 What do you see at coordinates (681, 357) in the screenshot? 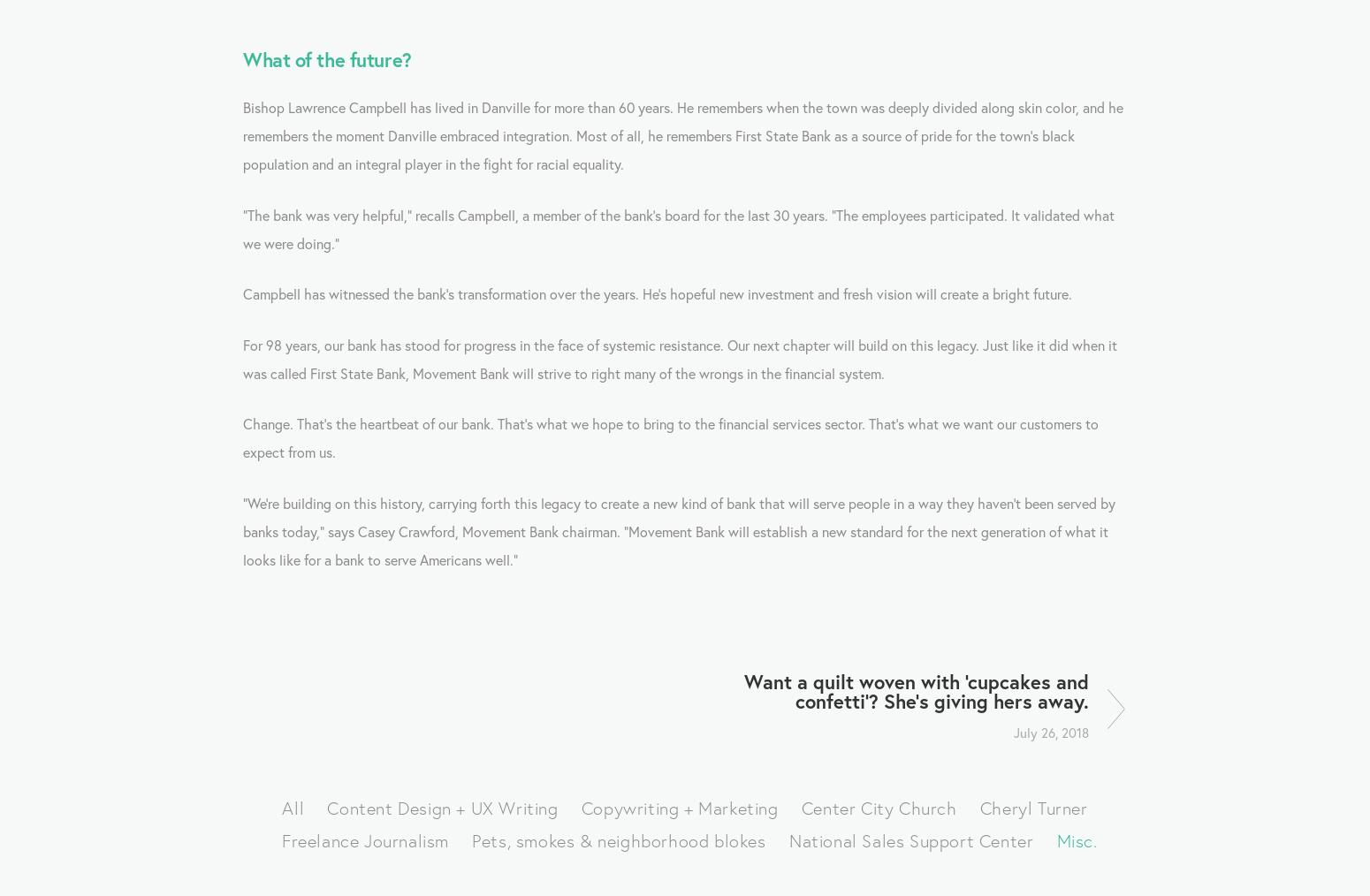
I see `'For 98 years, our bank has stood for progress in the face of systemic resistance. Our next chapter will build on this legacy. Just like it did when it was called First State Bank, Movement Bank will strive to right many of the wrongs in the financial system.'` at bounding box center [681, 357].